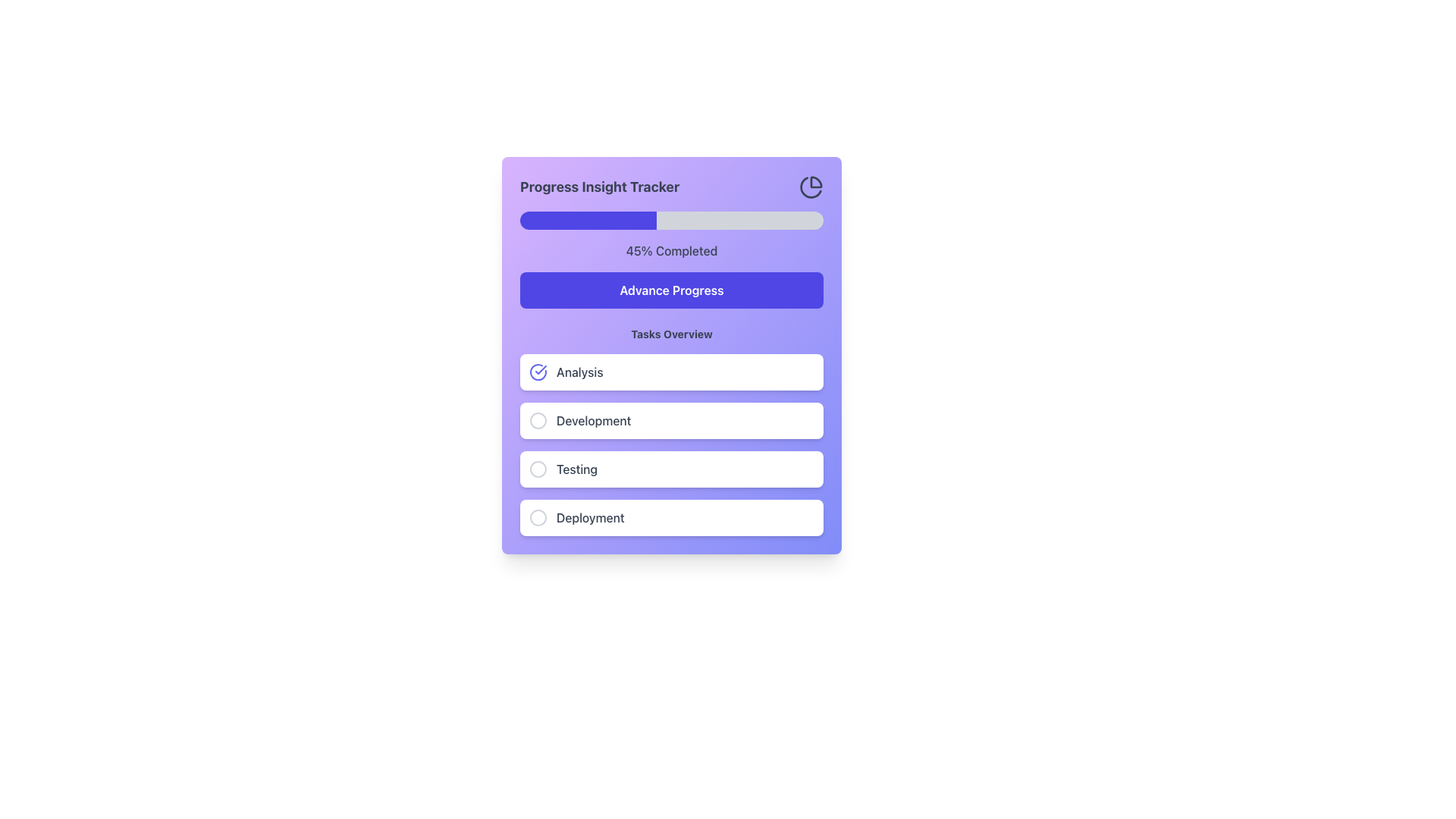 The width and height of the screenshot is (1456, 819). What do you see at coordinates (811, 186) in the screenshot?
I see `the circular icon resembling a pie chart located in the top-right corner of the 'Progress Insight Tracker' card` at bounding box center [811, 186].